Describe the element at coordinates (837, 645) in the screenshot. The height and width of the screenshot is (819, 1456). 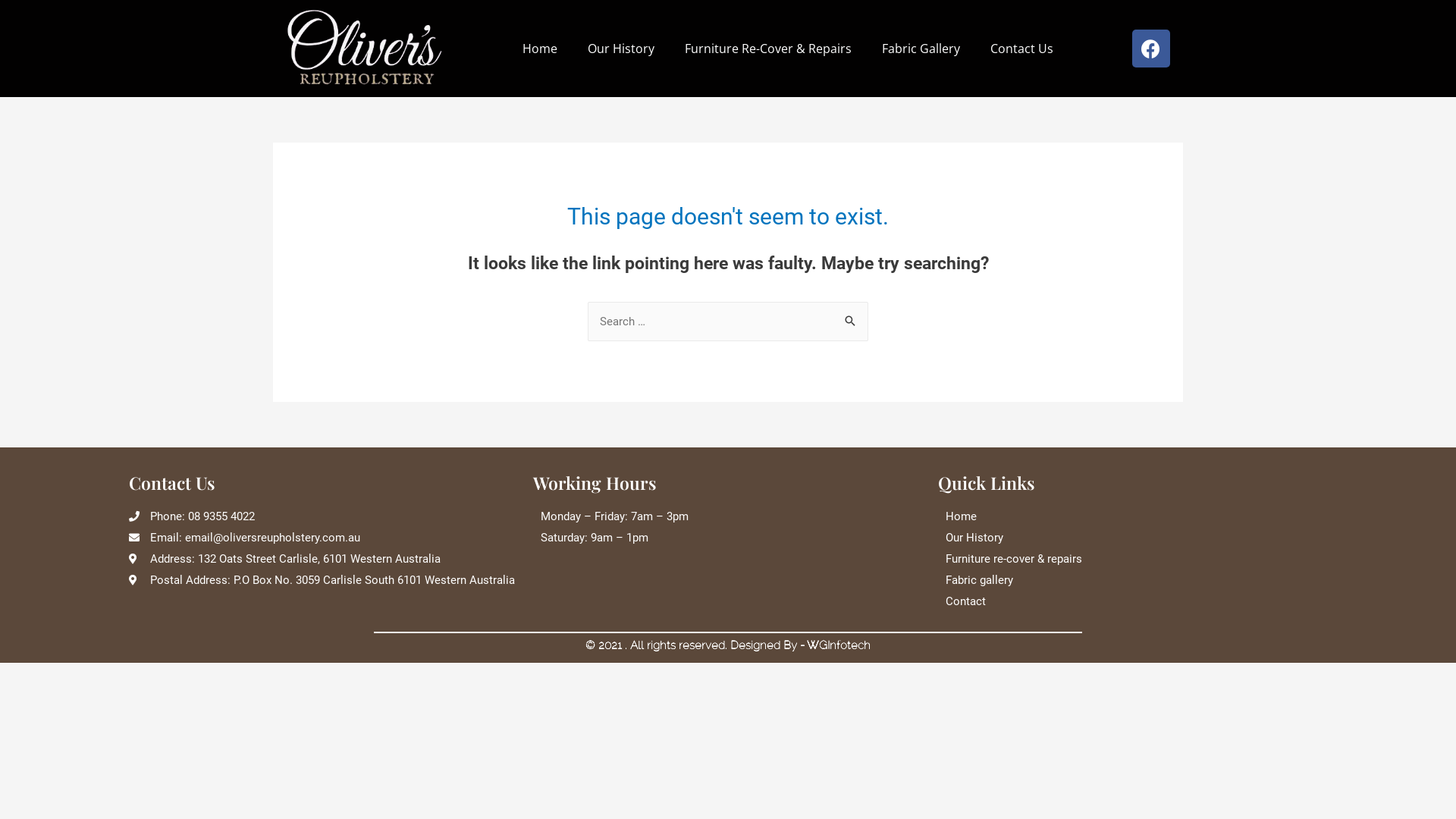
I see `'WGInfotech'` at that location.